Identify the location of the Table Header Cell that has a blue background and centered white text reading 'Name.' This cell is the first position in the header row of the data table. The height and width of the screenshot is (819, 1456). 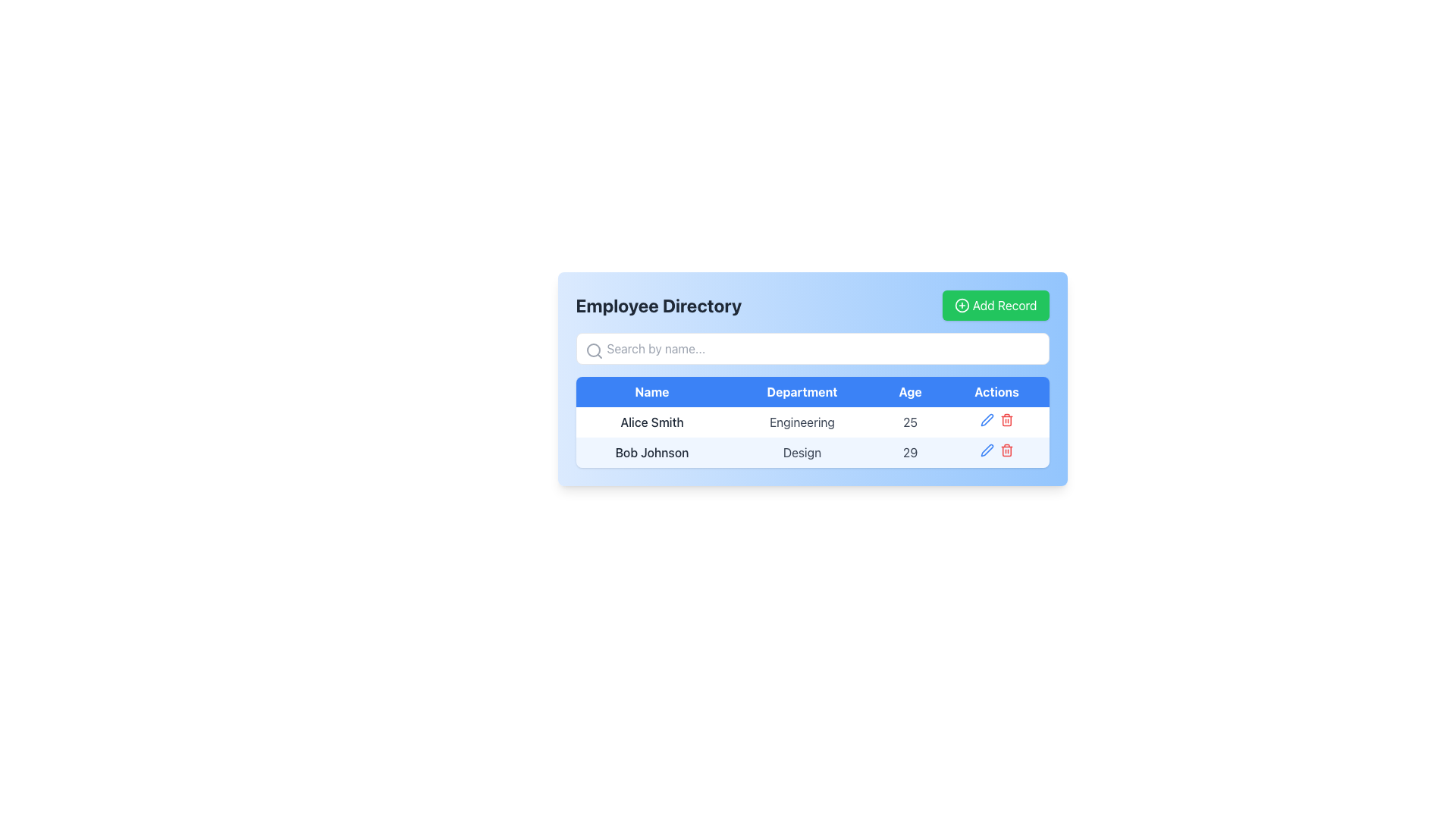
(651, 391).